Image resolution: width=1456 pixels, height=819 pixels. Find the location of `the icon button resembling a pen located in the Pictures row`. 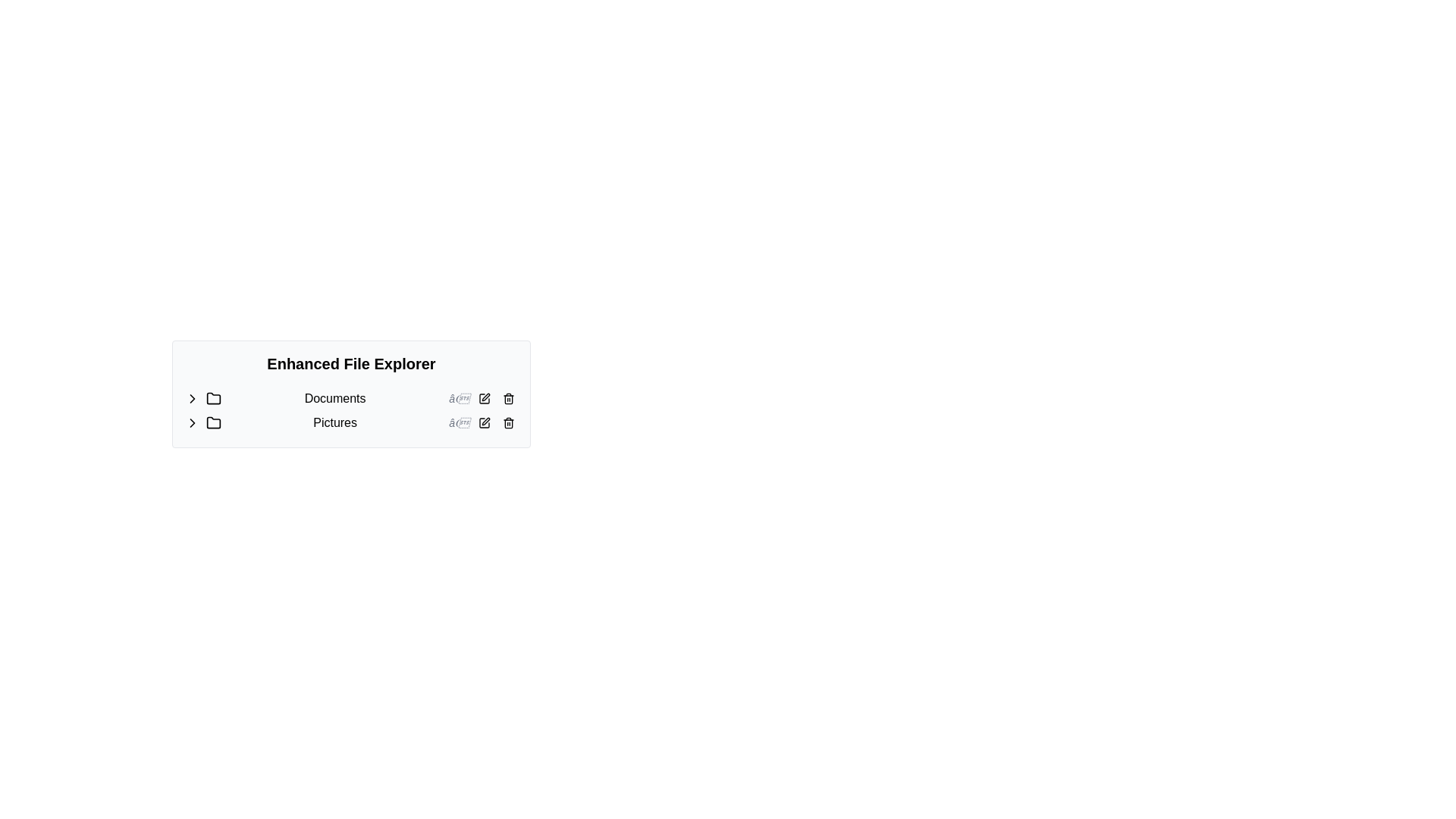

the icon button resembling a pen located in the Pictures row is located at coordinates (483, 423).